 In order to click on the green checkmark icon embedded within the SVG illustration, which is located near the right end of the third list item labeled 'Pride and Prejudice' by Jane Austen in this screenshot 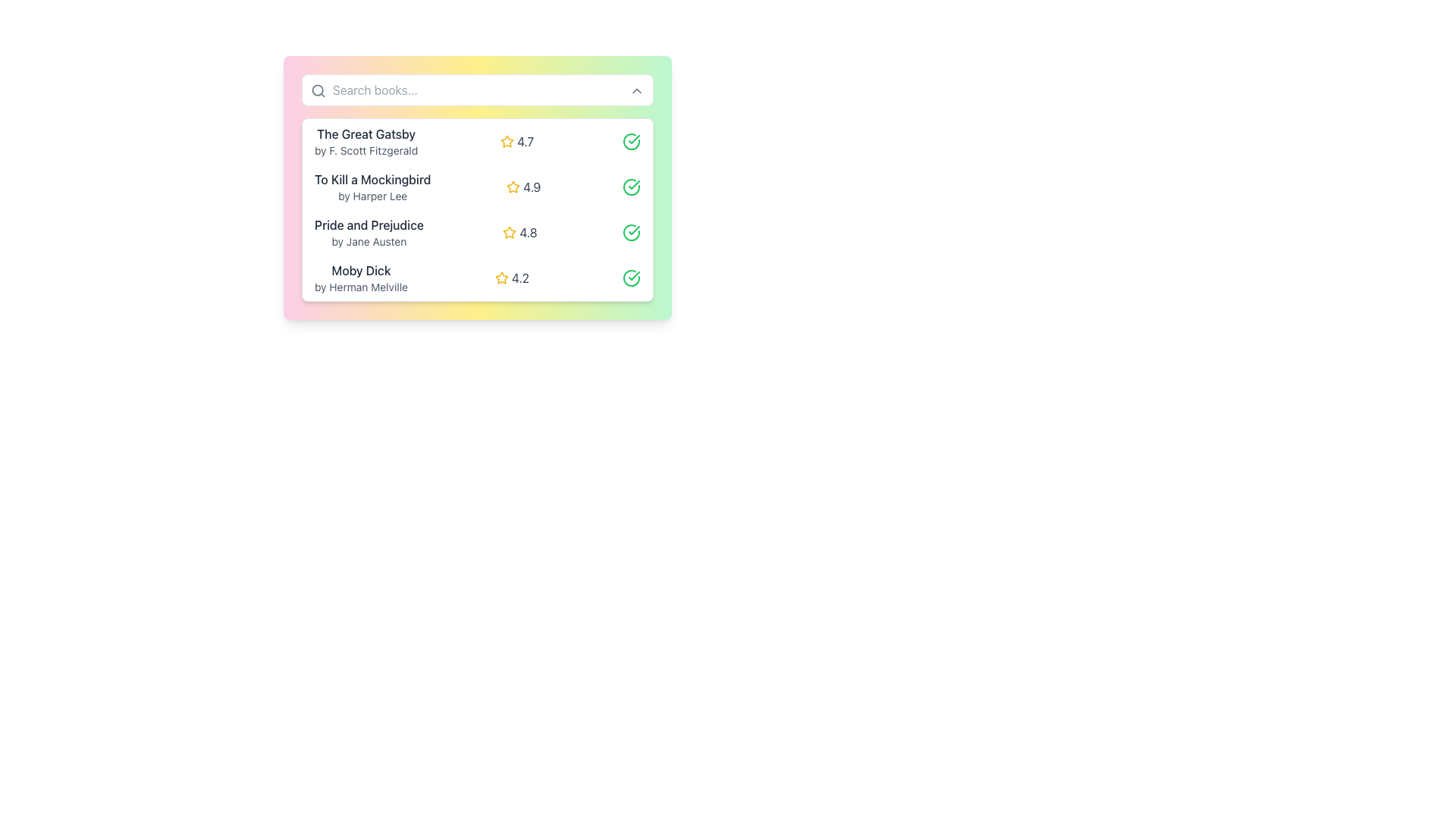, I will do `click(634, 231)`.